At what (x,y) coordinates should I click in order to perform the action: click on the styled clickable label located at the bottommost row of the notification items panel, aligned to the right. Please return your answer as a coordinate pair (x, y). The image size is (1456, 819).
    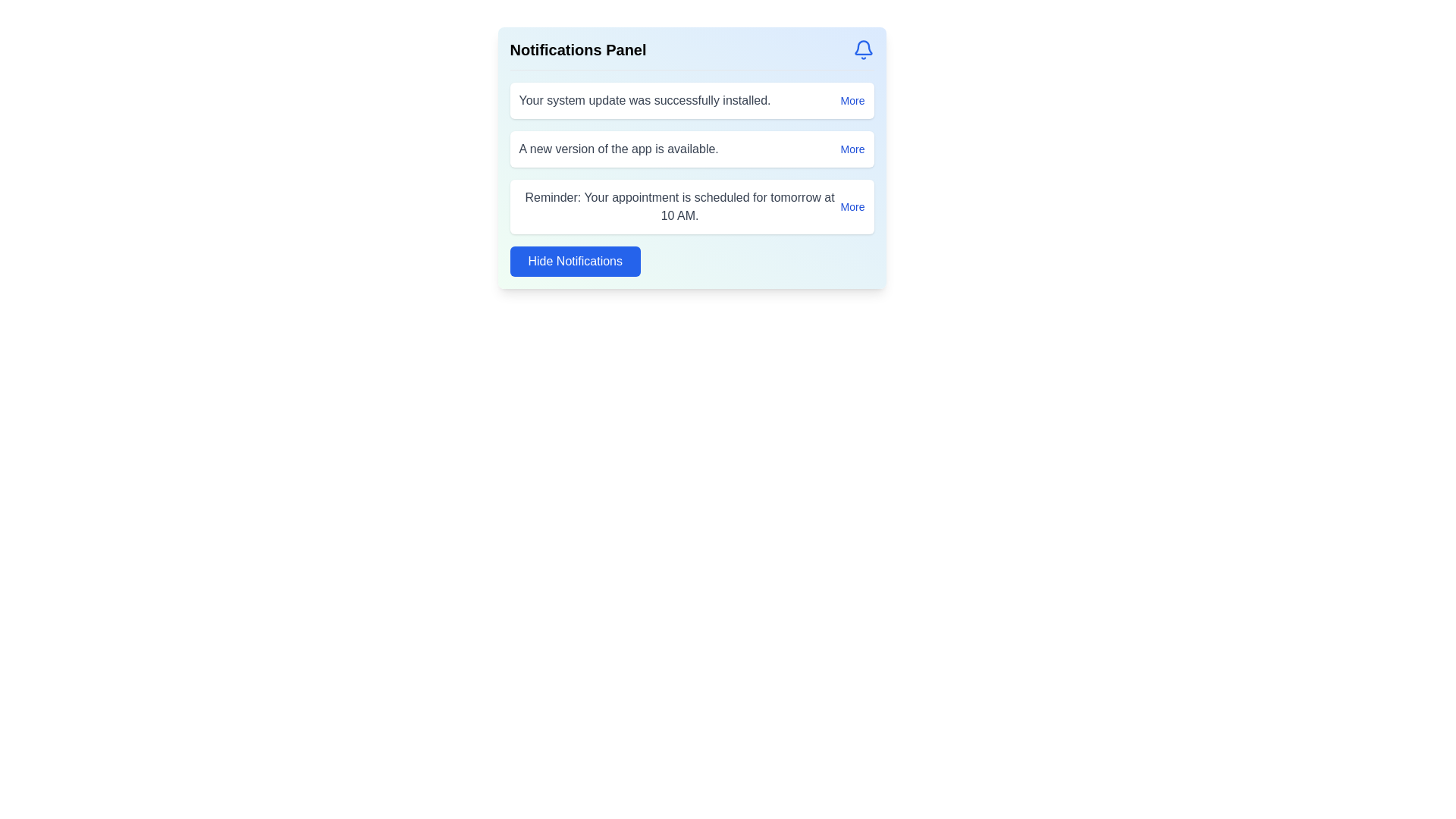
    Looking at the image, I should click on (852, 207).